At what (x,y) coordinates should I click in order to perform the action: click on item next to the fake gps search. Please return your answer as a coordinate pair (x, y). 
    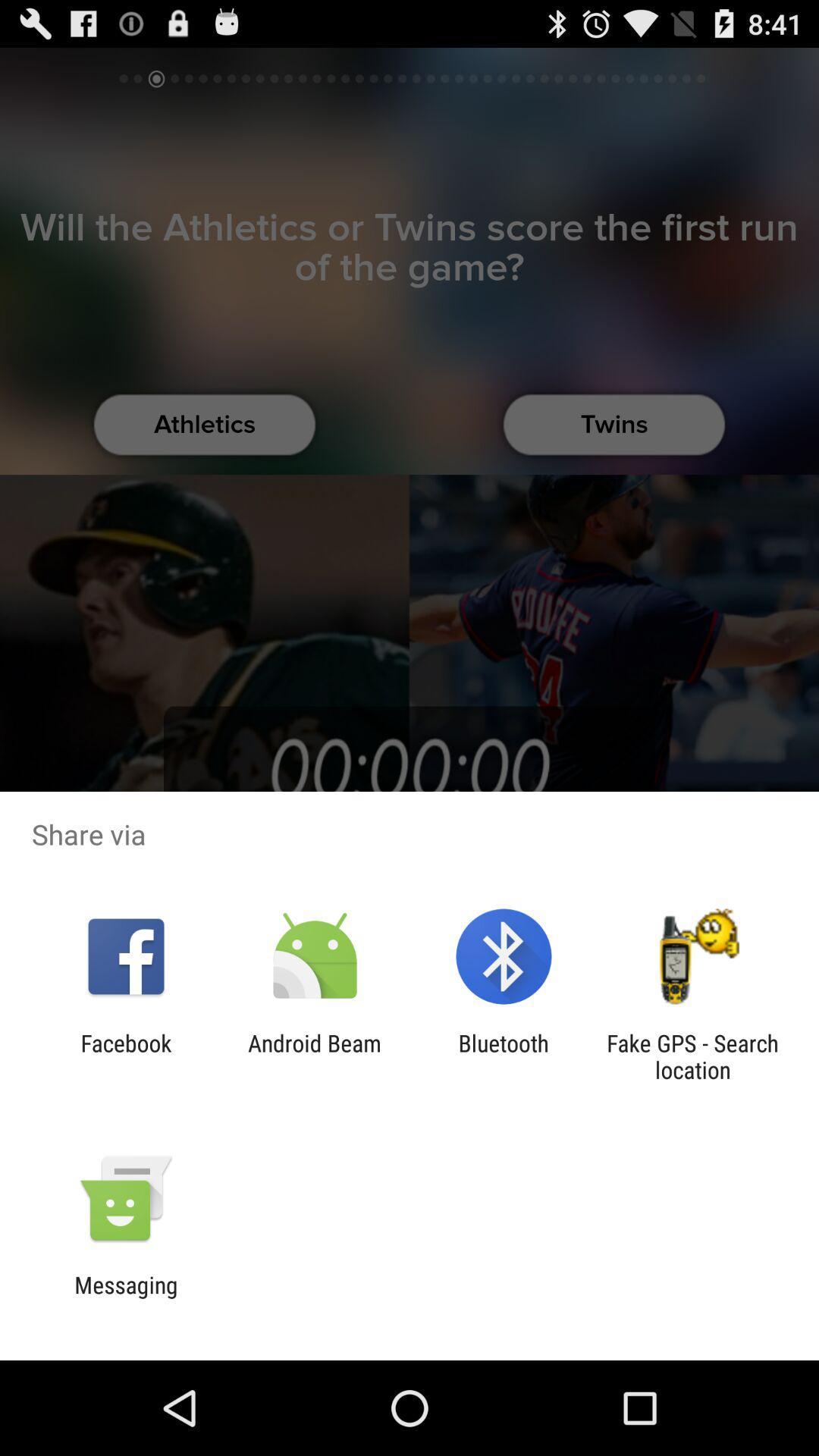
    Looking at the image, I should click on (504, 1056).